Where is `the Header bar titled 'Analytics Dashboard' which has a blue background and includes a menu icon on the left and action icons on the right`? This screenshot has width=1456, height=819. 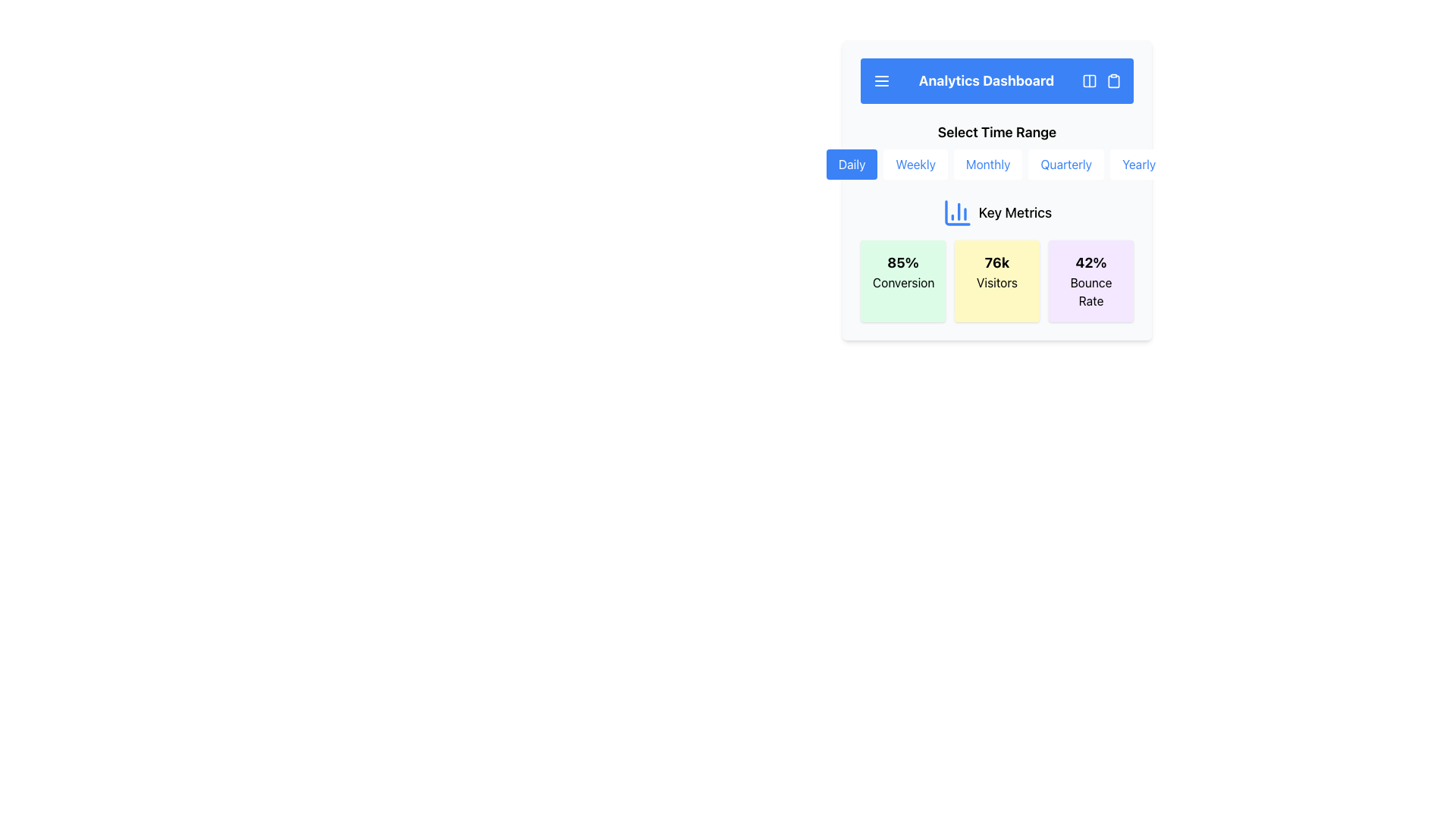 the Header bar titled 'Analytics Dashboard' which has a blue background and includes a menu icon on the left and action icons on the right is located at coordinates (997, 81).